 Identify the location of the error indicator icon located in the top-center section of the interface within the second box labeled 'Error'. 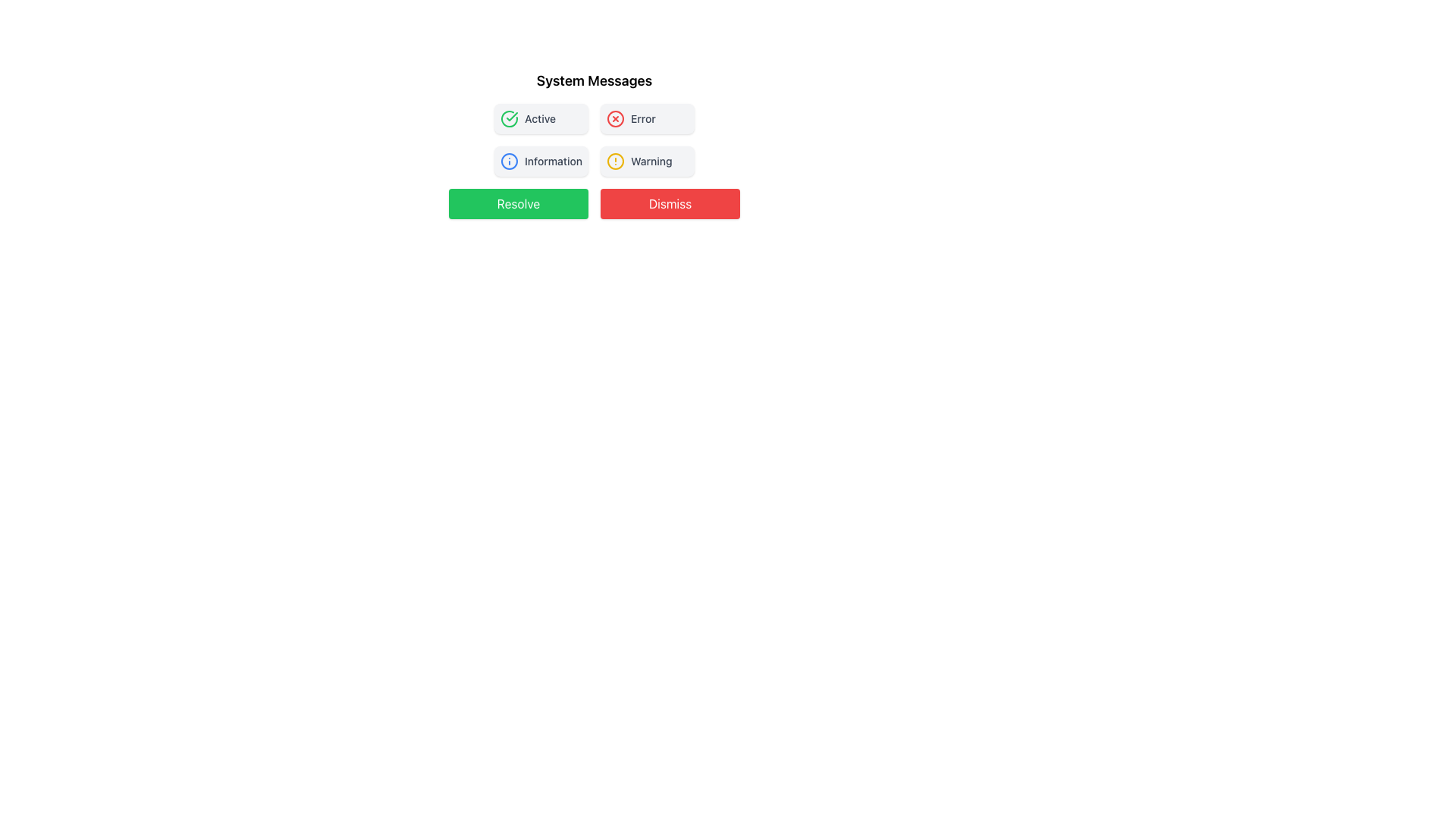
(615, 118).